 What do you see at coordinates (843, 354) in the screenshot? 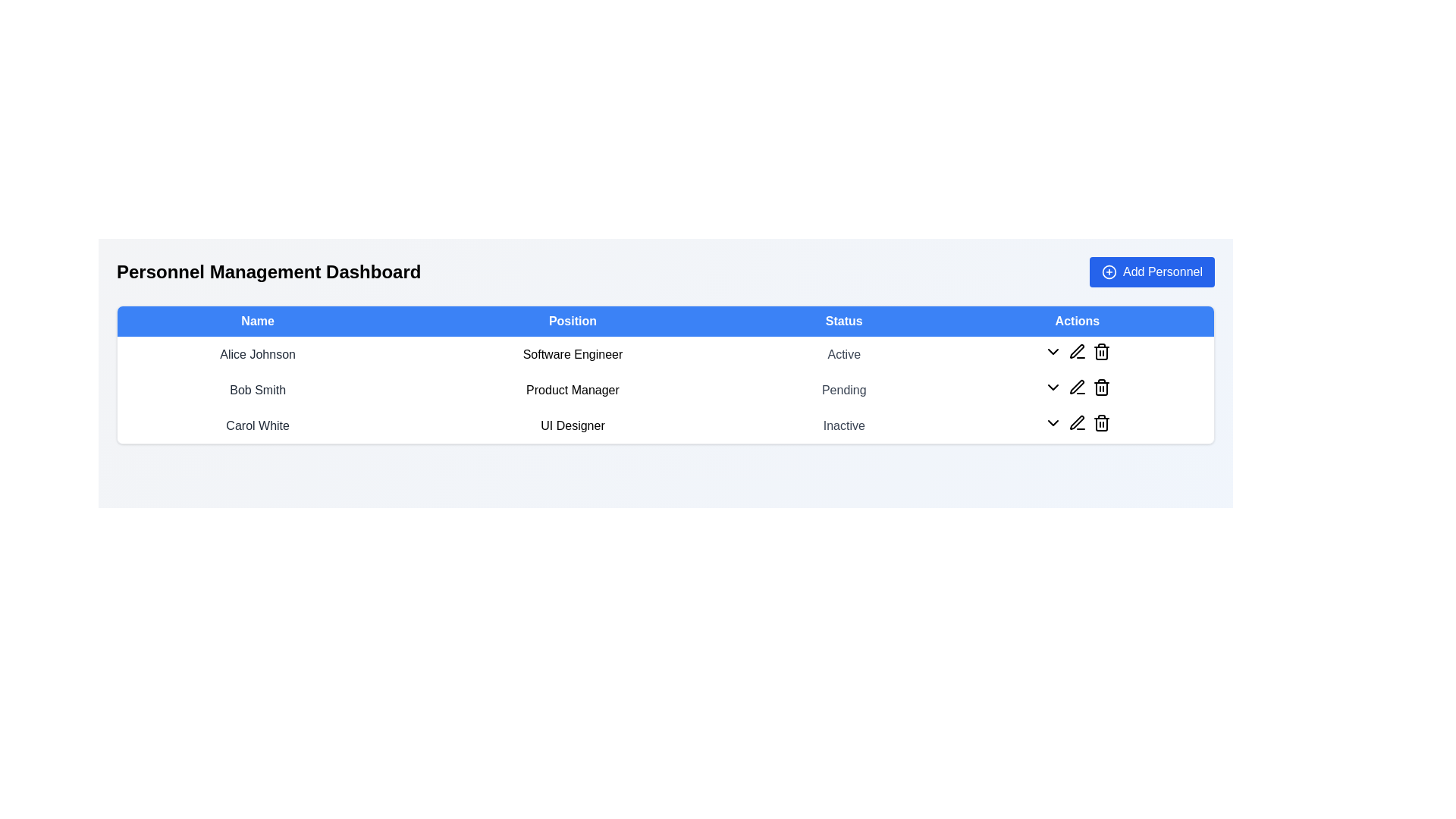
I see `the text label indicating the status of the user 'Active' in the 'Status' column for 'Alice Johnson'` at bounding box center [843, 354].